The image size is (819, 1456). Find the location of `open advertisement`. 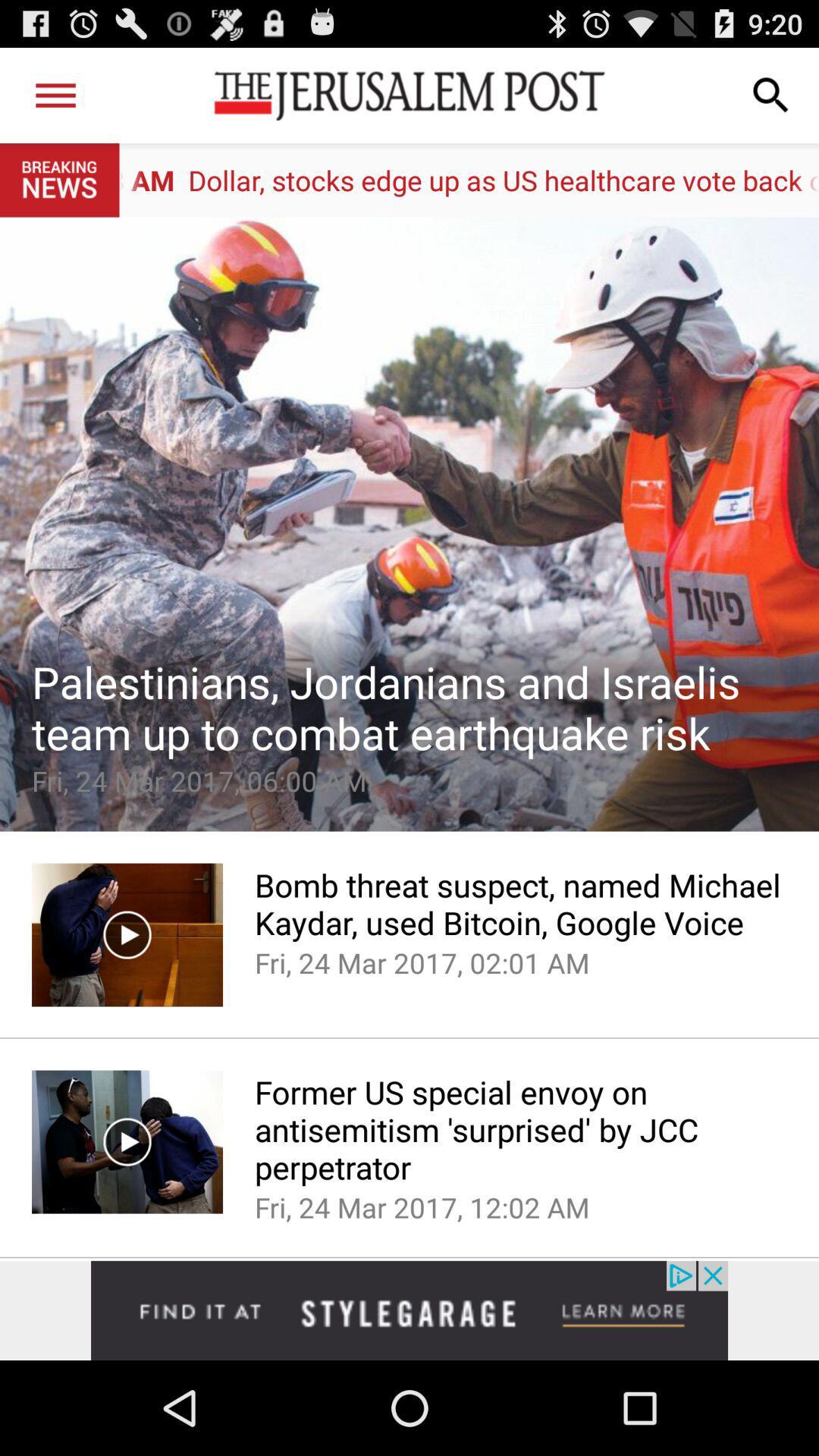

open advertisement is located at coordinates (409, 1310).